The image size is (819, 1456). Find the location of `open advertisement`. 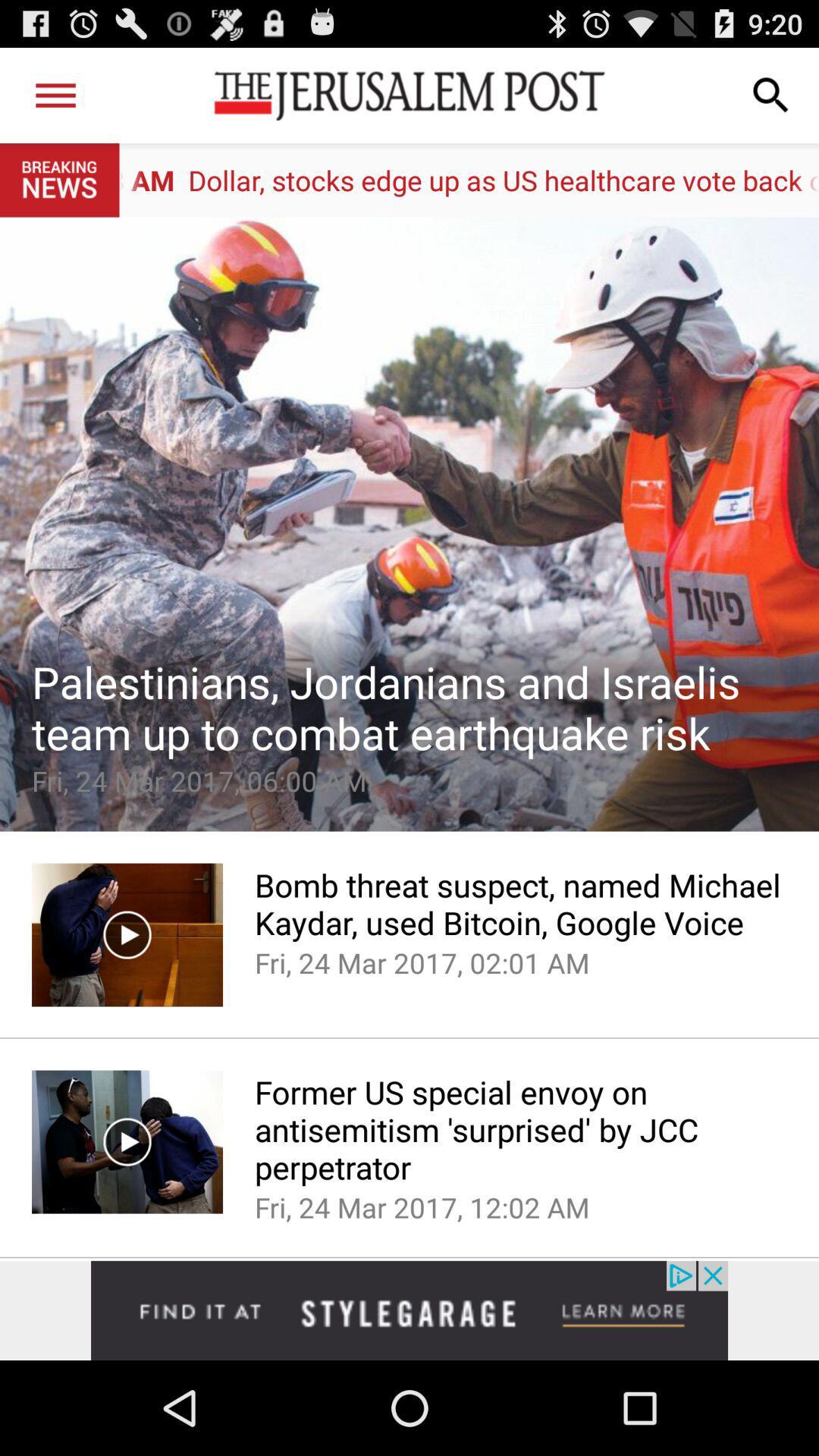

open advertisement is located at coordinates (409, 1310).